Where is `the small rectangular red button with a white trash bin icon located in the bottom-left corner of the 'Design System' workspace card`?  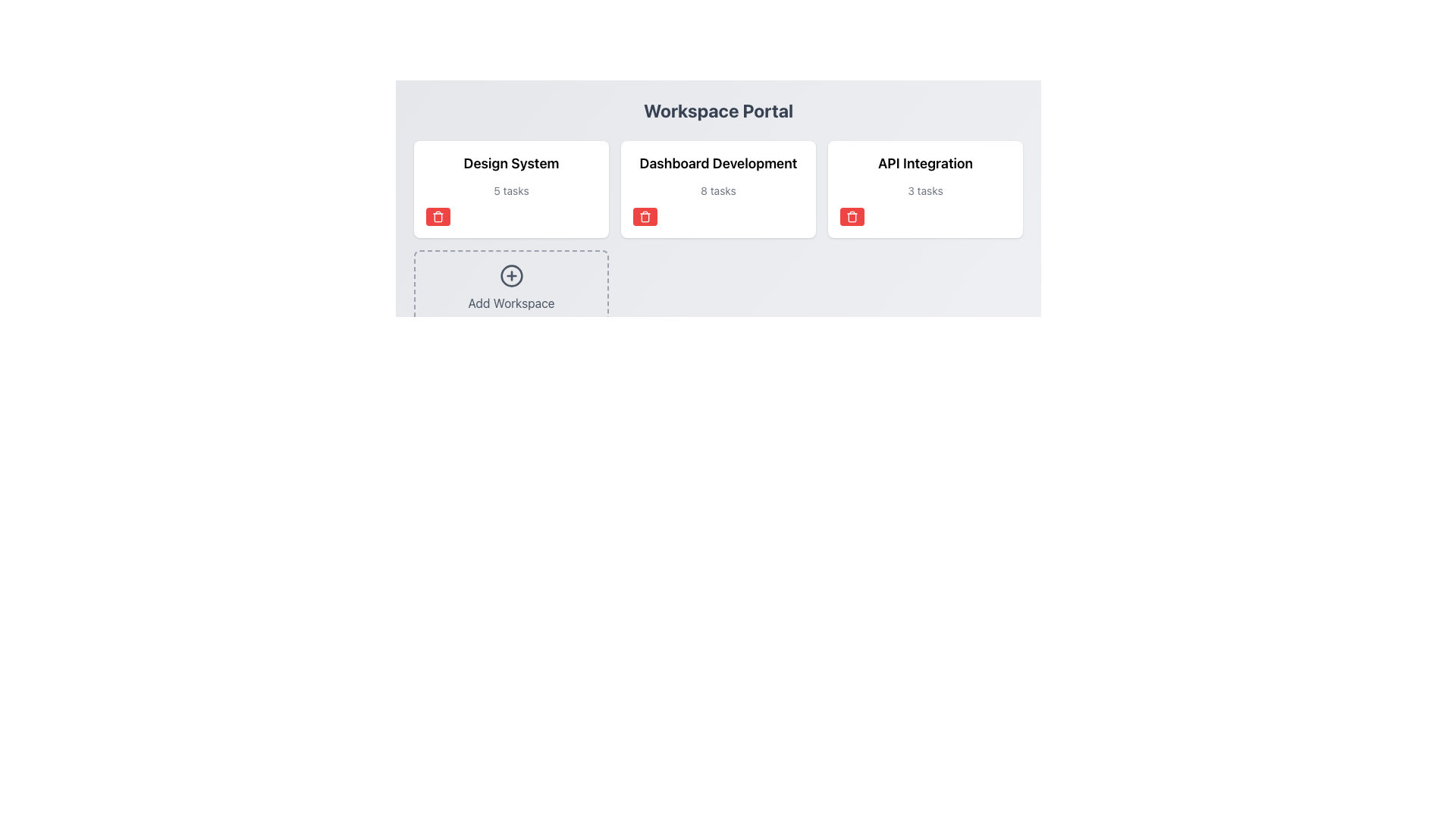
the small rectangular red button with a white trash bin icon located in the bottom-left corner of the 'Design System' workspace card is located at coordinates (437, 216).